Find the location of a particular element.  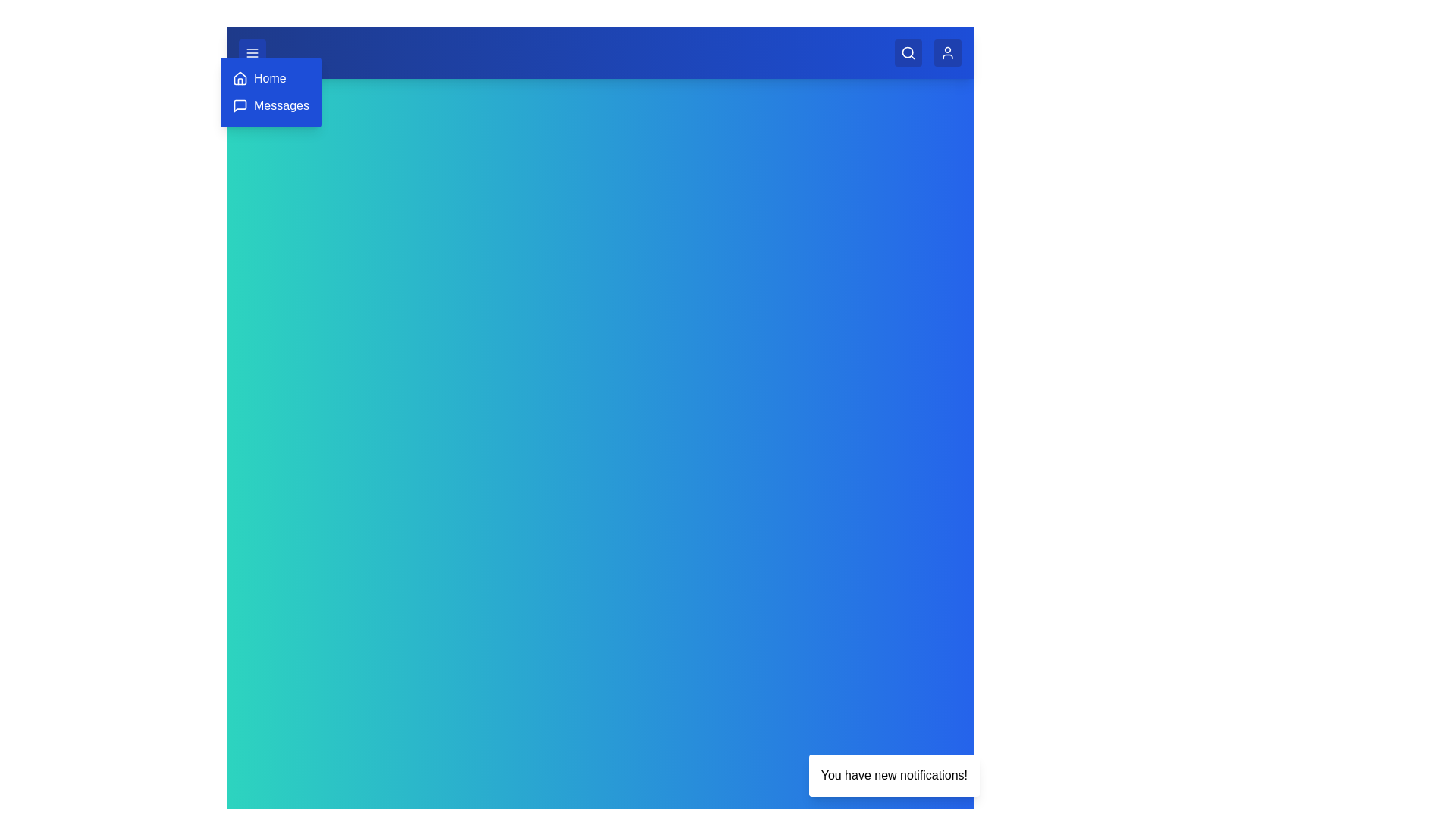

the notification area to dismiss it is located at coordinates (894, 775).